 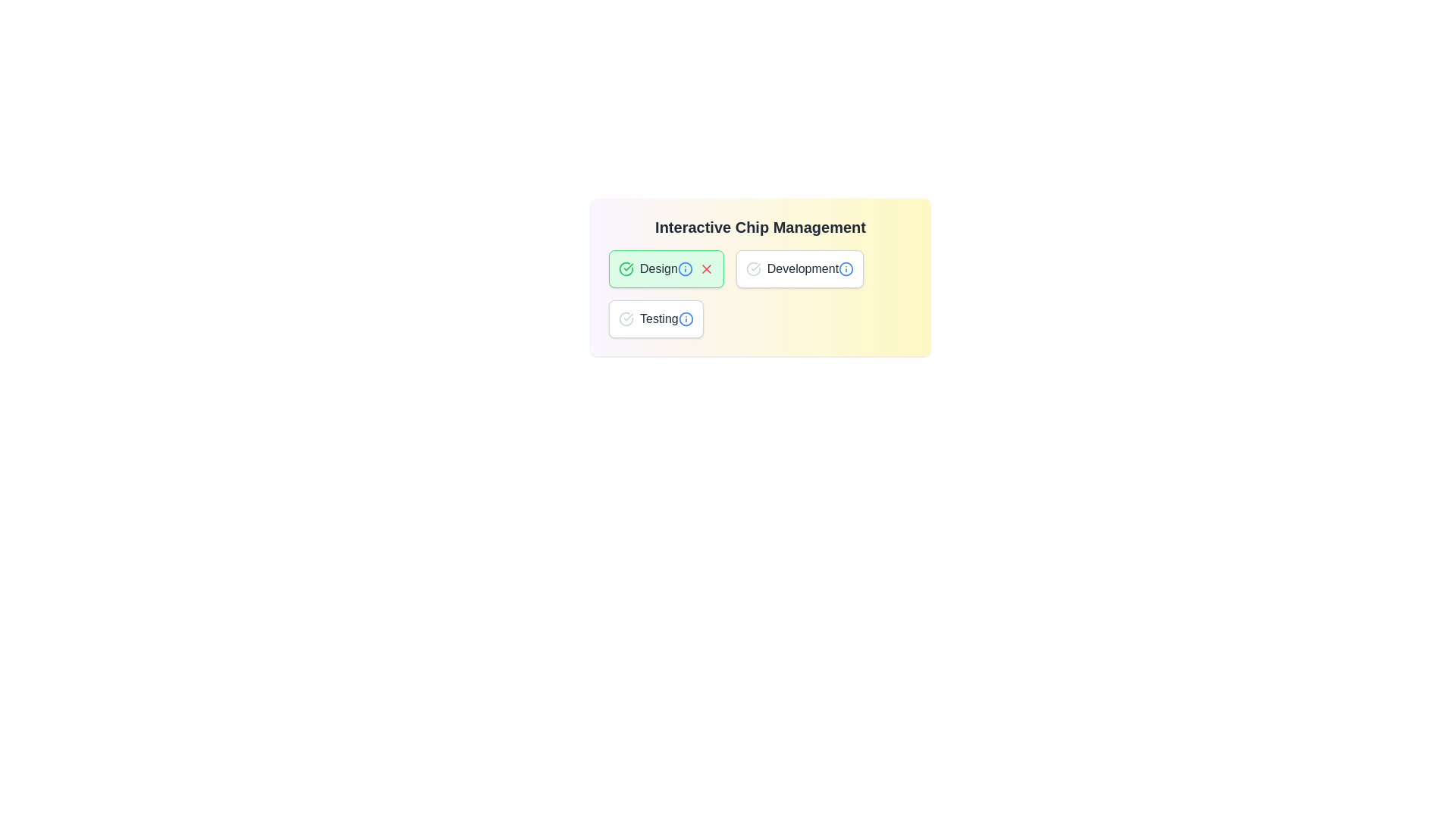 I want to click on the chip labeled Design, so click(x=666, y=268).